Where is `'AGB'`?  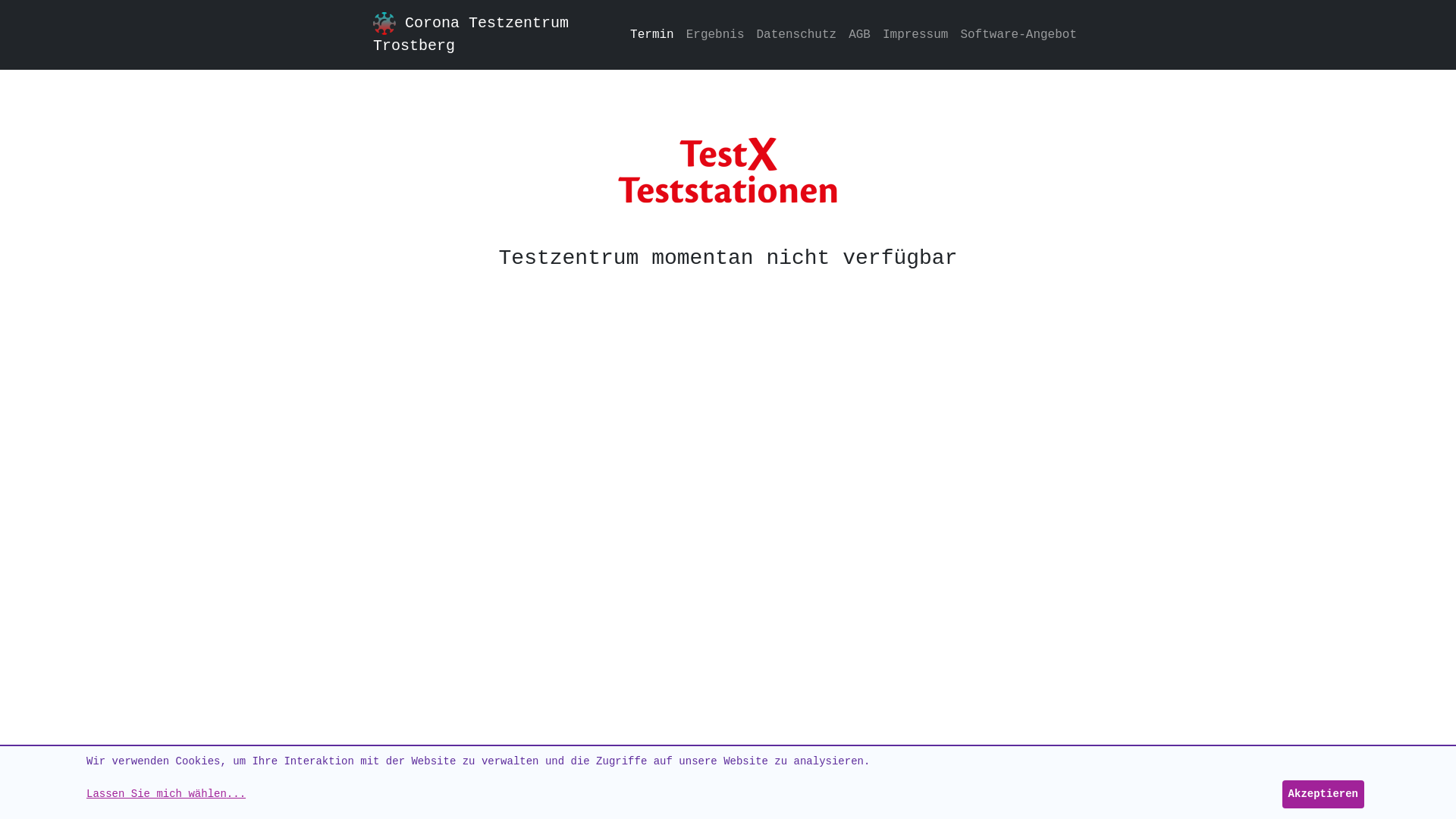 'AGB' is located at coordinates (841, 34).